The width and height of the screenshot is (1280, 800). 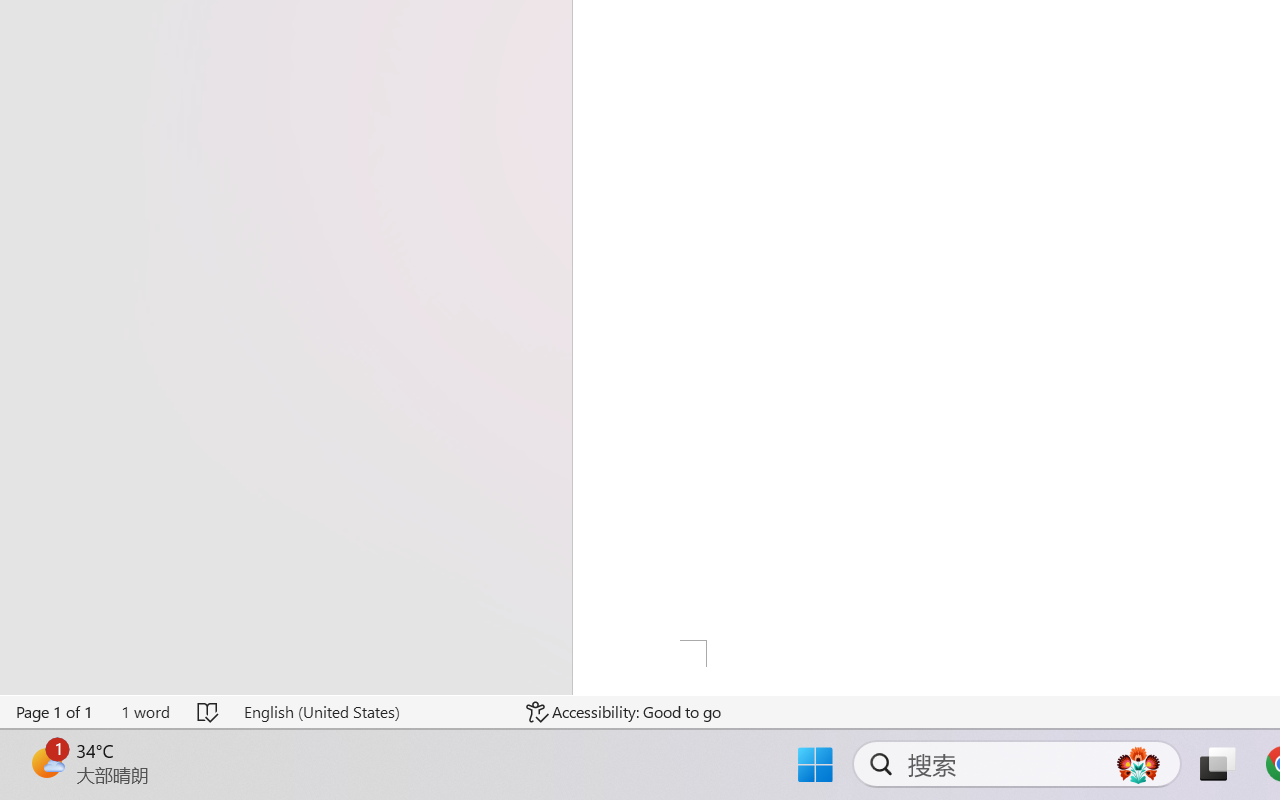 I want to click on 'AutomationID: DynamicSearchBoxGleamImage', so click(x=1138, y=764).